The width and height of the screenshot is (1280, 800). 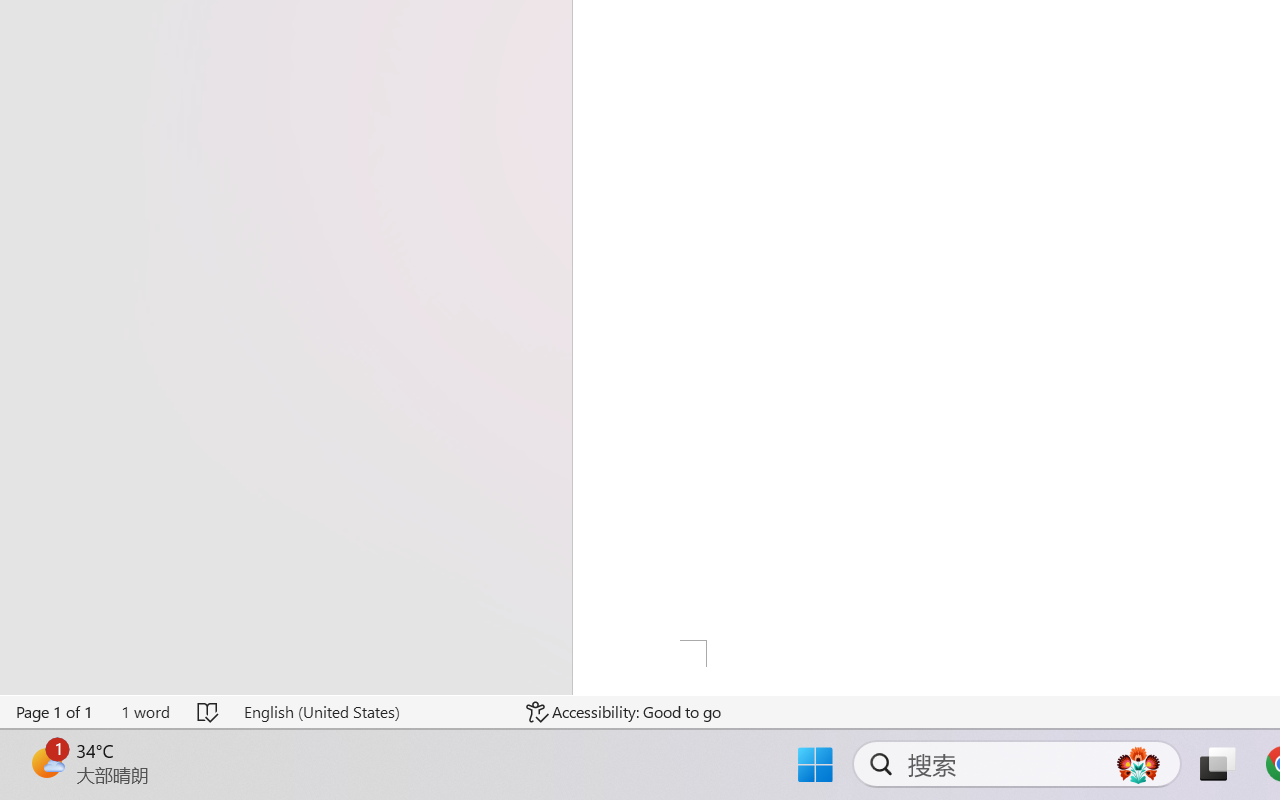 I want to click on 'AutomationID: DynamicSearchBoxGleamImage', so click(x=1138, y=764).